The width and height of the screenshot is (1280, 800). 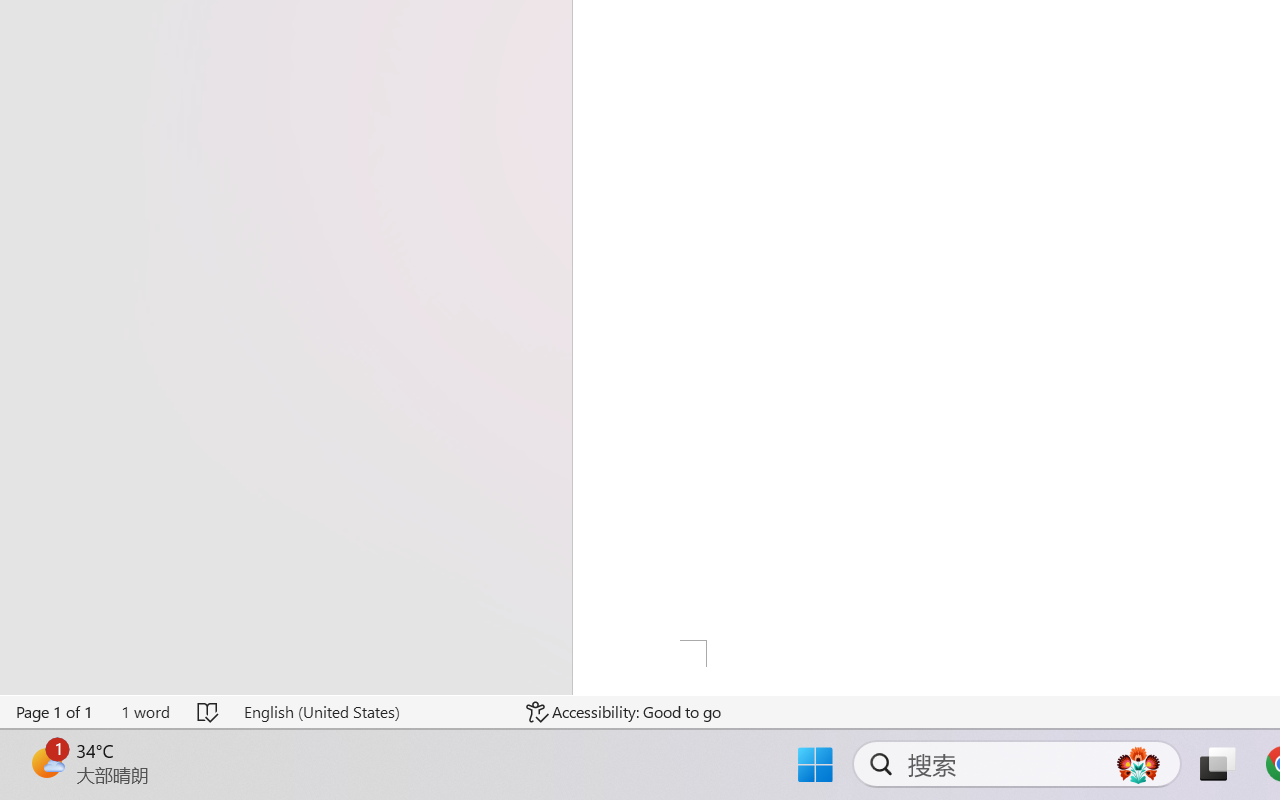 I want to click on 'AutomationID: DynamicSearchBoxGleamImage', so click(x=1138, y=764).